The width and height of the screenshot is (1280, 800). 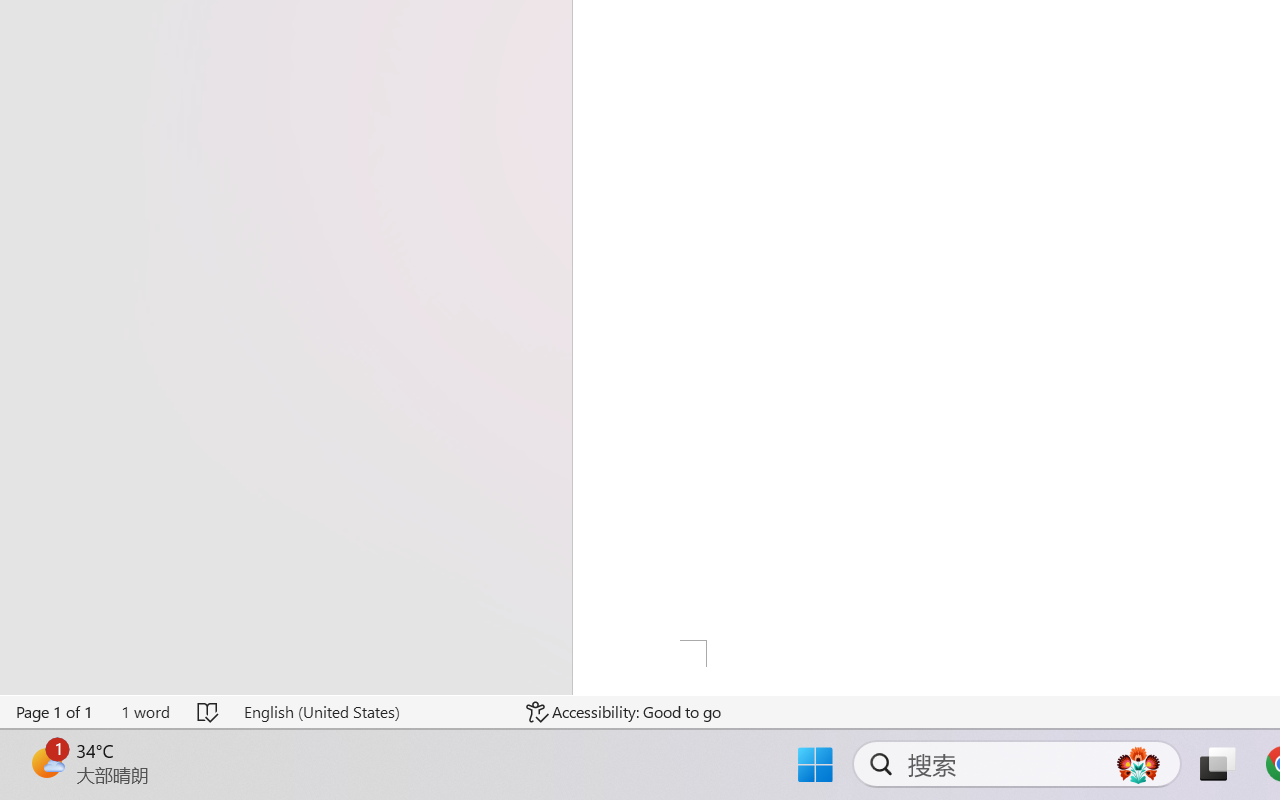 I want to click on 'AutomationID: DynamicSearchBoxGleamImage', so click(x=1138, y=764).